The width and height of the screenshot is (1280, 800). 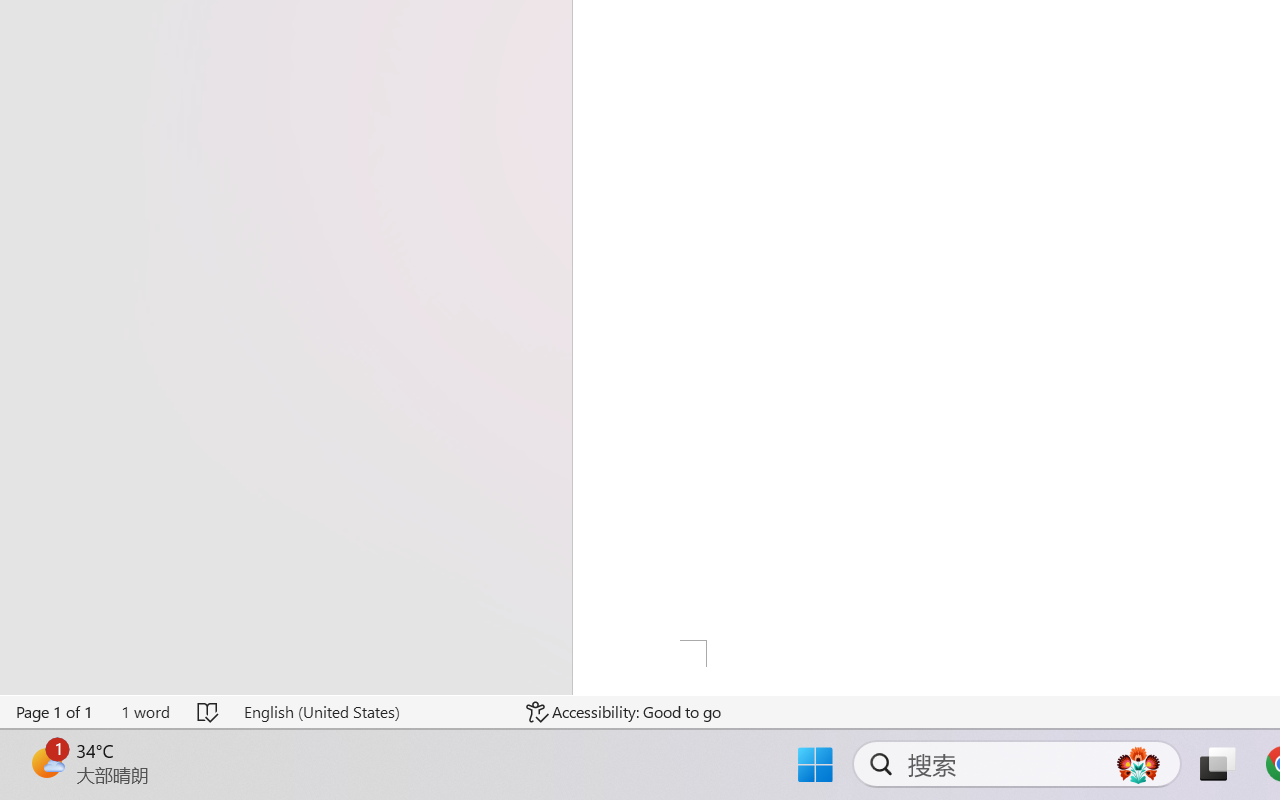 I want to click on 'AutomationID: DynamicSearchBoxGleamImage', so click(x=1138, y=764).